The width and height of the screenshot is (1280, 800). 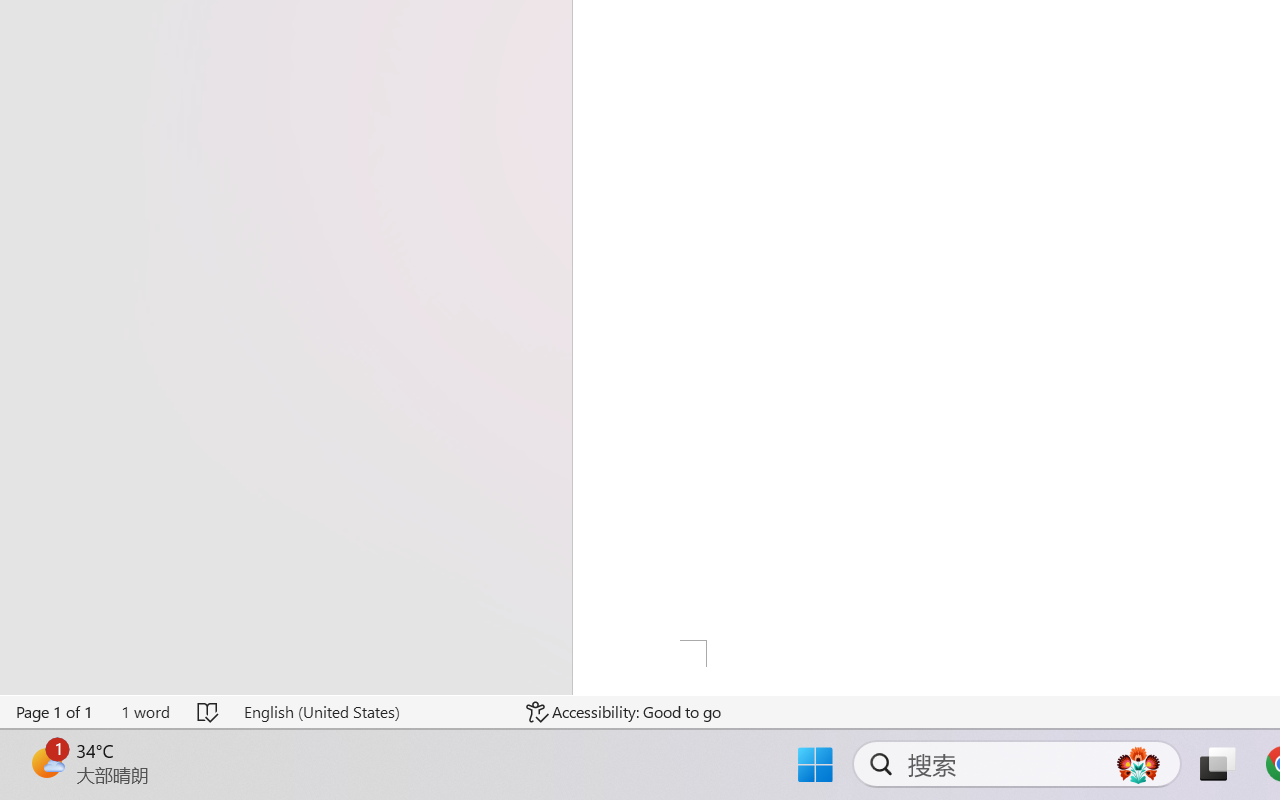 I want to click on 'AutomationID: DynamicSearchBoxGleamImage', so click(x=1138, y=764).